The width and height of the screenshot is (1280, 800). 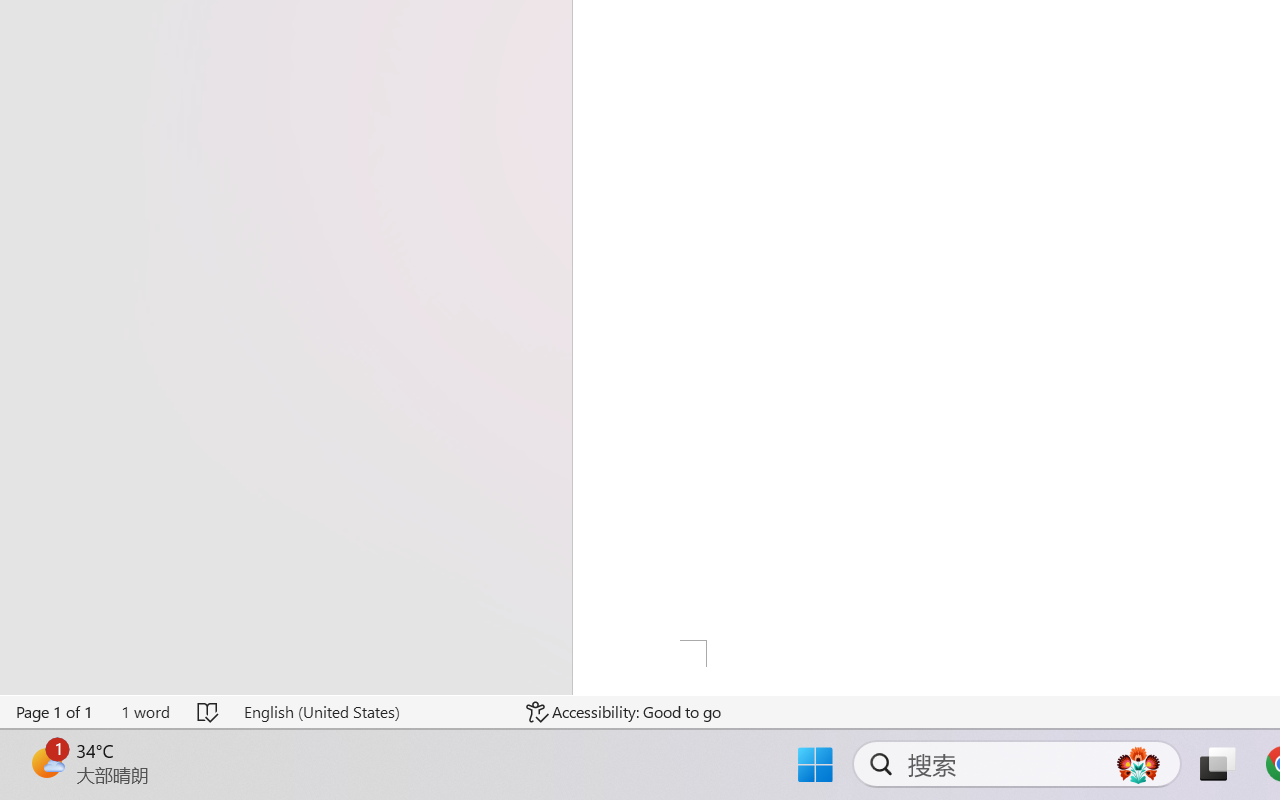 I want to click on 'AutomationID: DynamicSearchBoxGleamImage', so click(x=1138, y=764).